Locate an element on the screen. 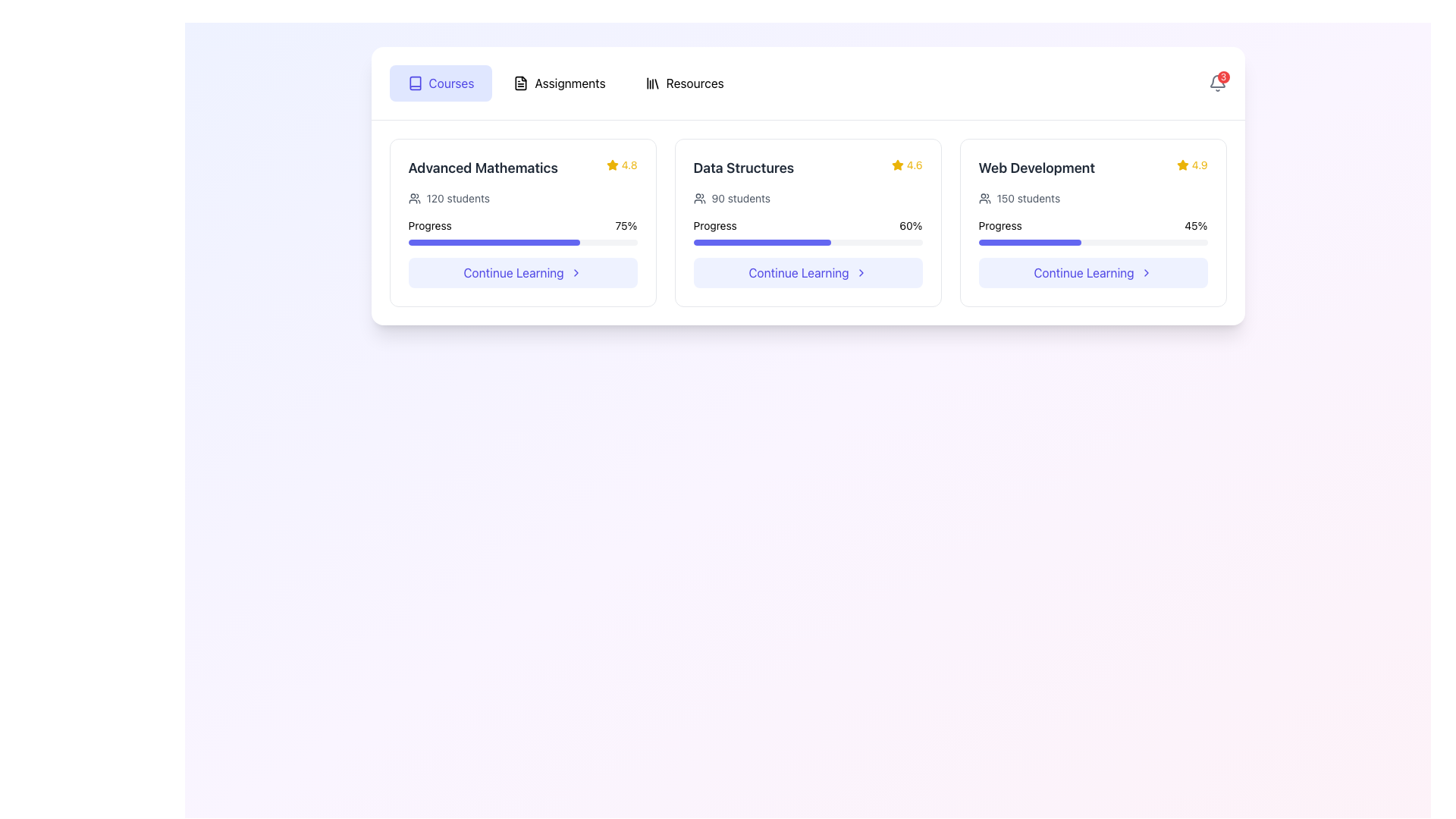  the 'Continue Learning' button with a light indigo background and rounded corners located at the bottom of the 'Advanced Mathematics' card to proceed is located at coordinates (522, 271).